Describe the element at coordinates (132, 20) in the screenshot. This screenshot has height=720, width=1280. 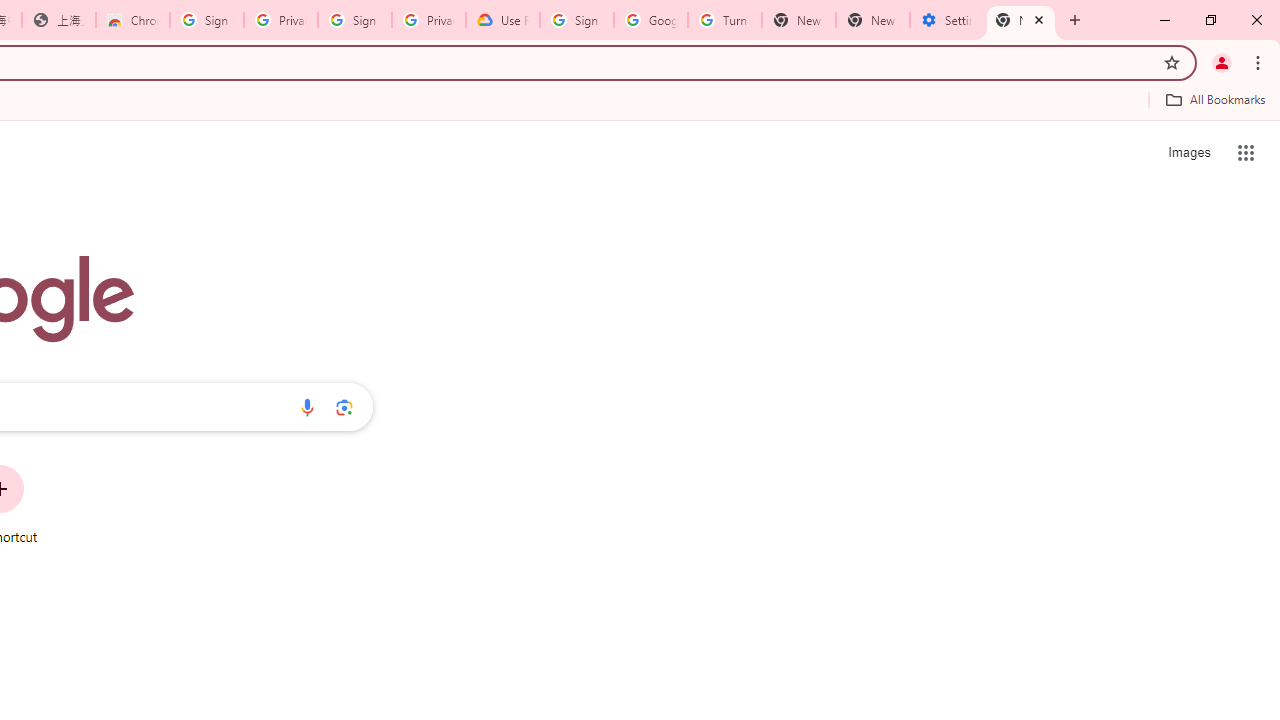
I see `'Chrome Web Store - Color themes by Chrome'` at that location.